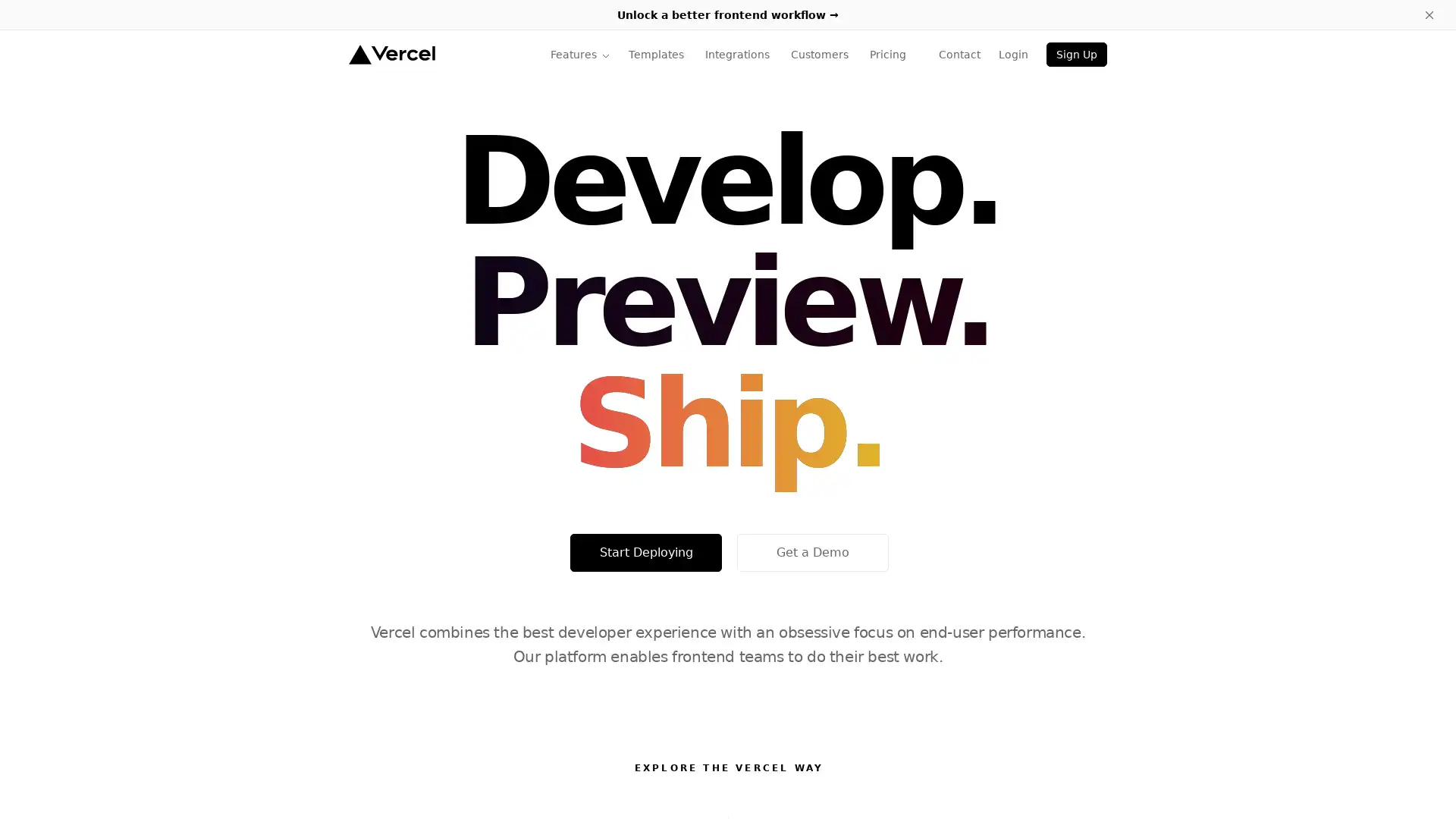  Describe the element at coordinates (391, 54) in the screenshot. I see `home` at that location.